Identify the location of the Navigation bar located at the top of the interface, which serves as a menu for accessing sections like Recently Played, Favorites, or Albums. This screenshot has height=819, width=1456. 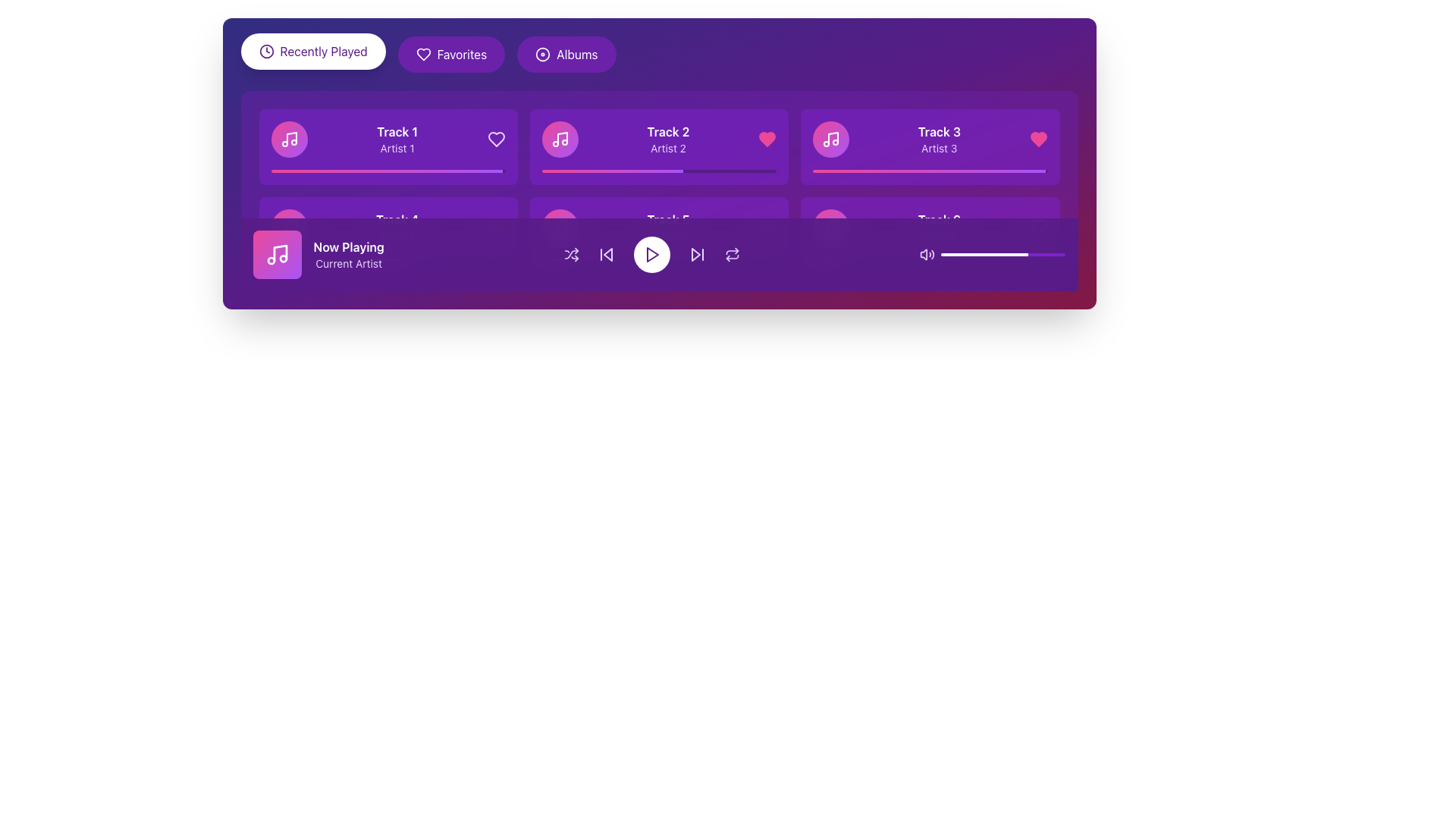
(659, 54).